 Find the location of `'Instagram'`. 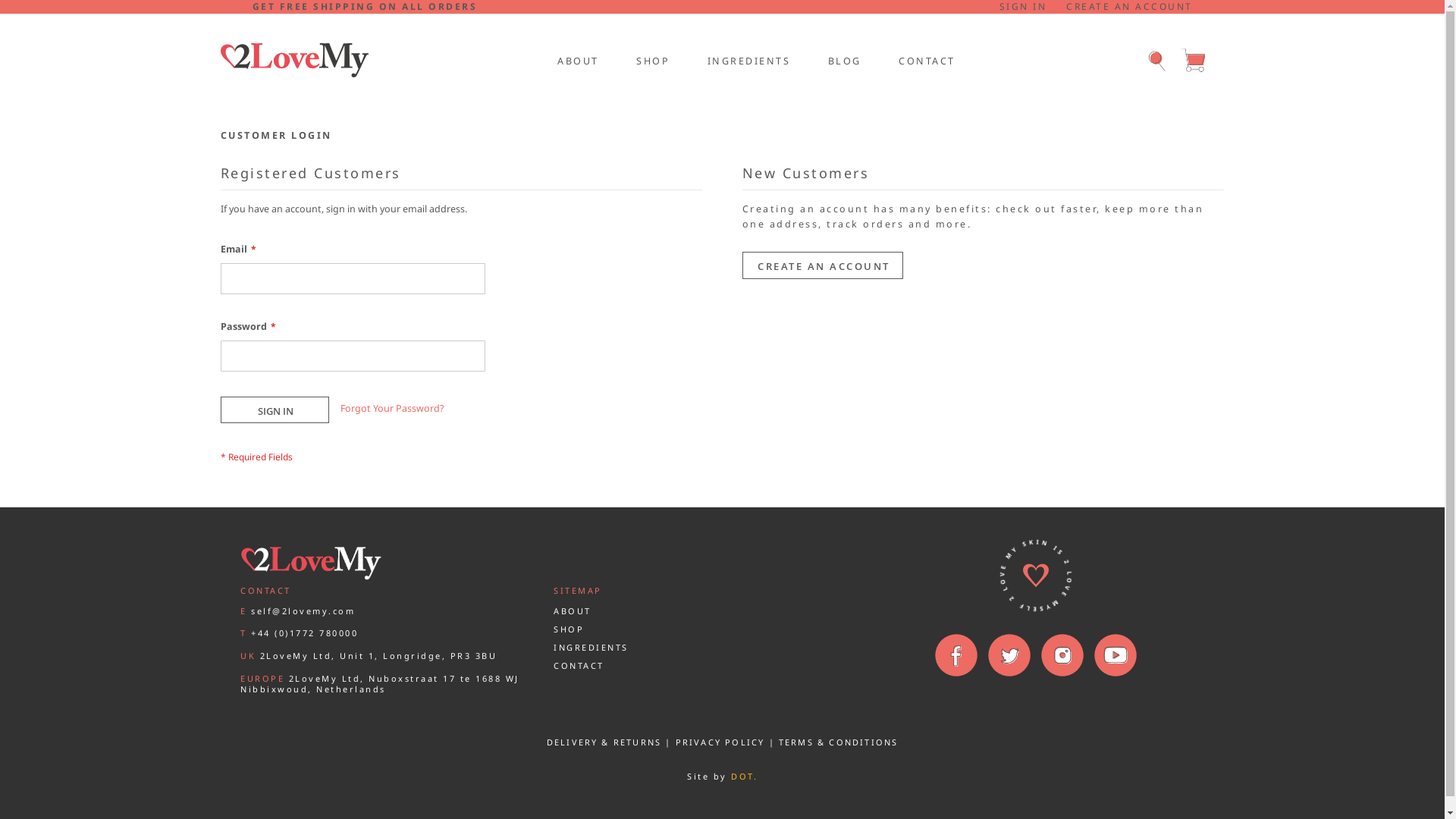

'Instagram' is located at coordinates (1039, 654).